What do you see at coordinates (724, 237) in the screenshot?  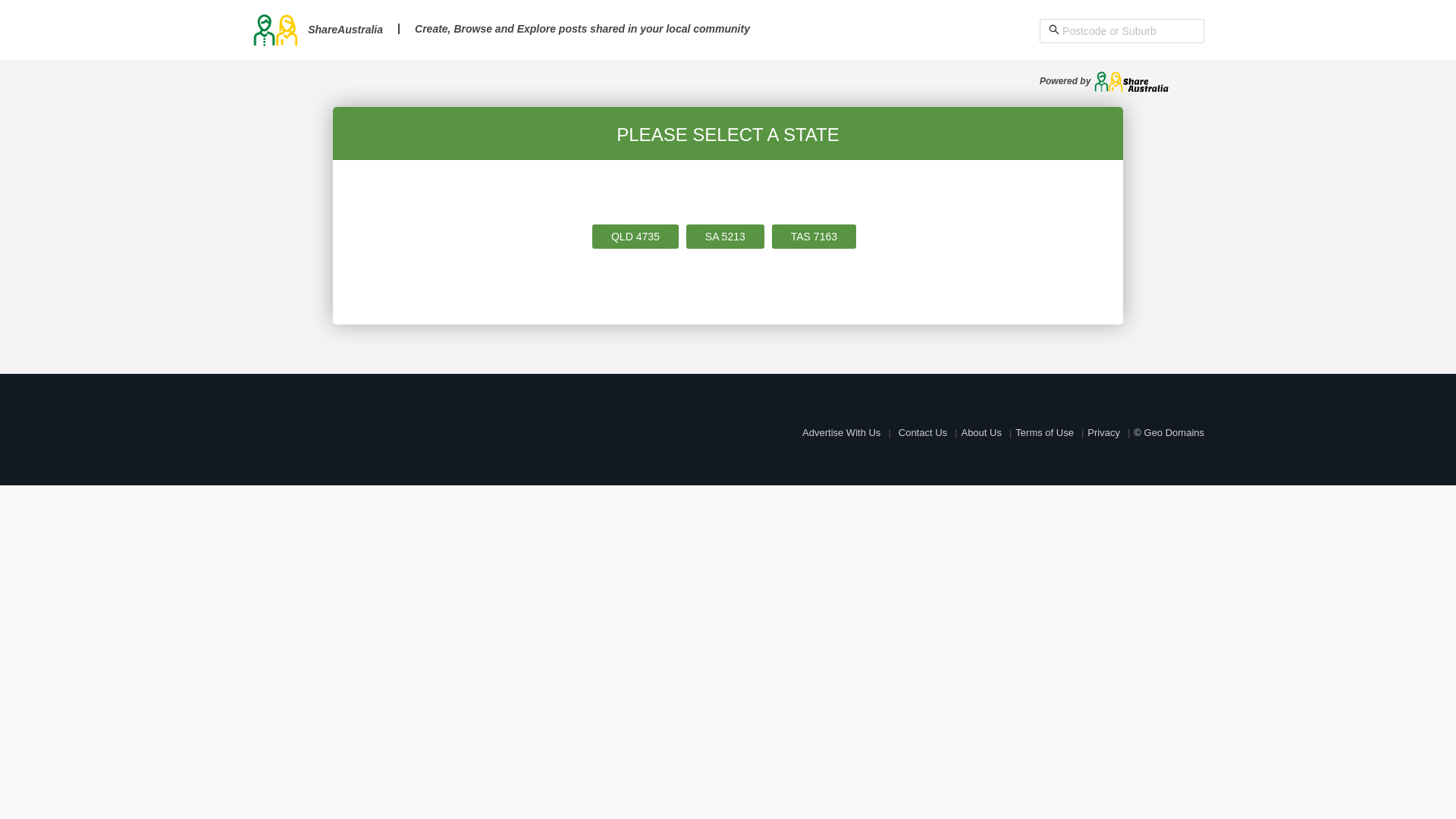 I see `'SA 5213'` at bounding box center [724, 237].